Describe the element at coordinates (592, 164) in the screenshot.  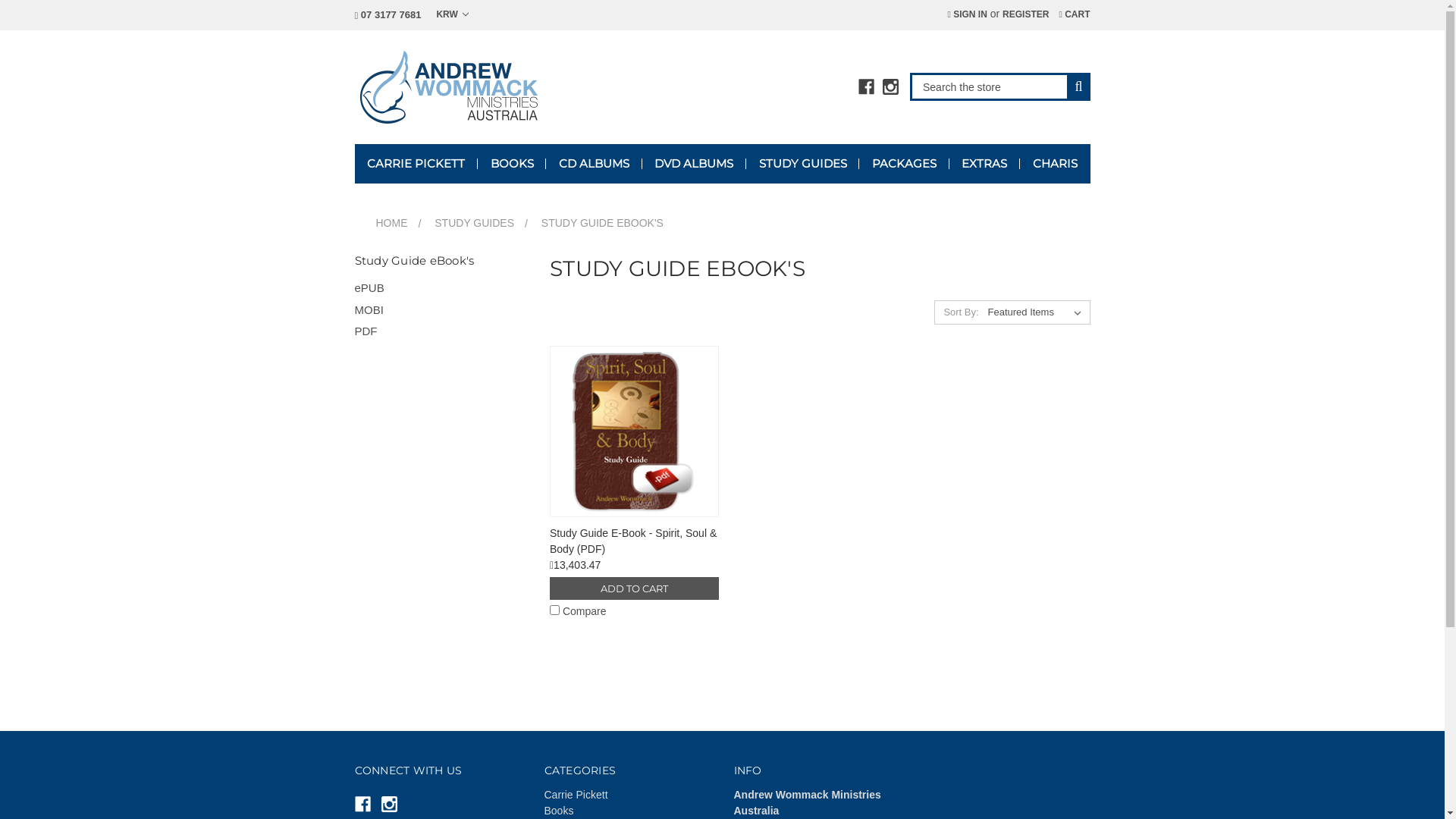
I see `'CD ALBUMS'` at that location.